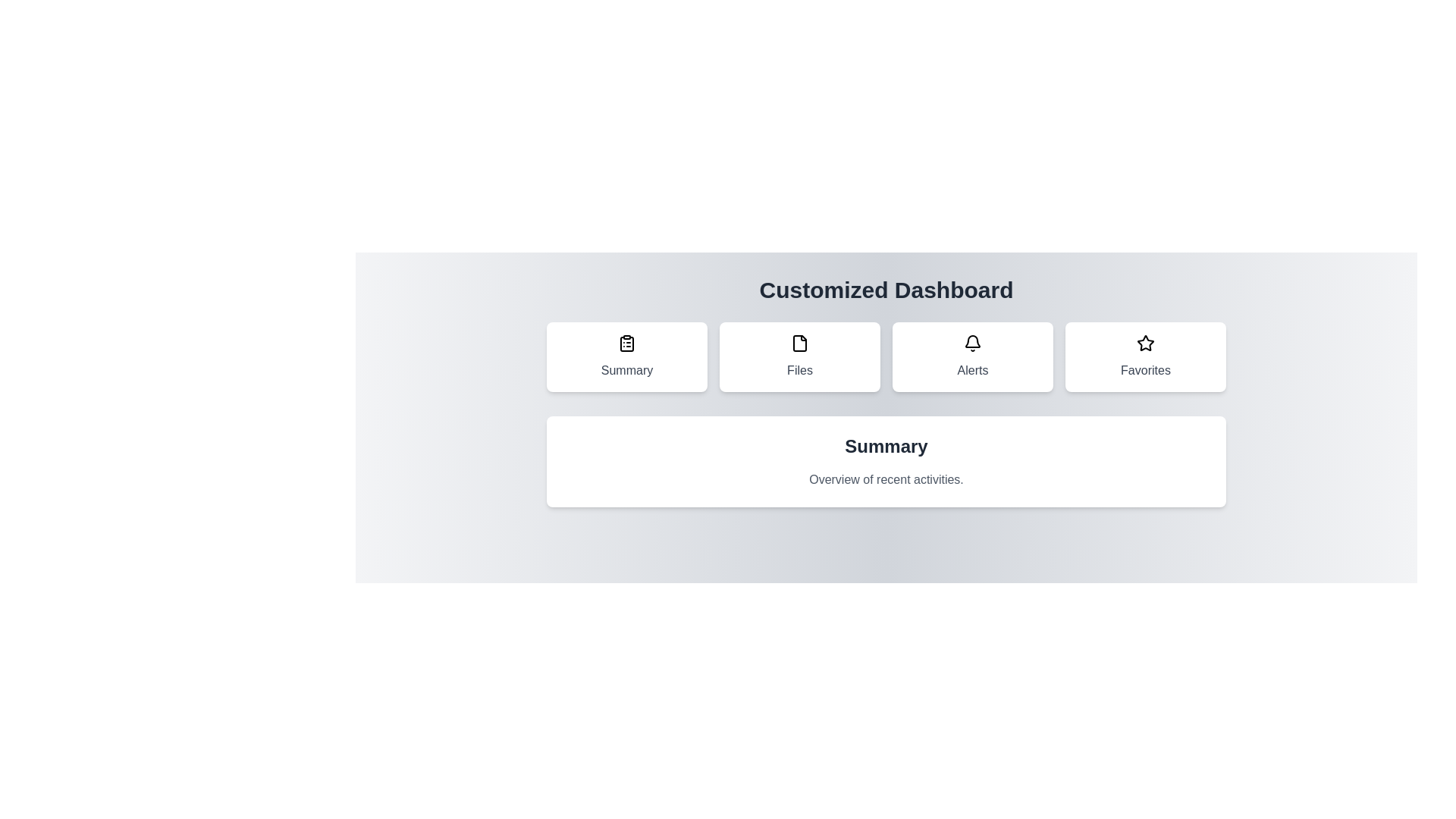  What do you see at coordinates (799, 343) in the screenshot?
I see `the 'Files' icon, which is the second button from the left in the top row of the dashboard, serving as a visual indicator for file storage or management` at bounding box center [799, 343].